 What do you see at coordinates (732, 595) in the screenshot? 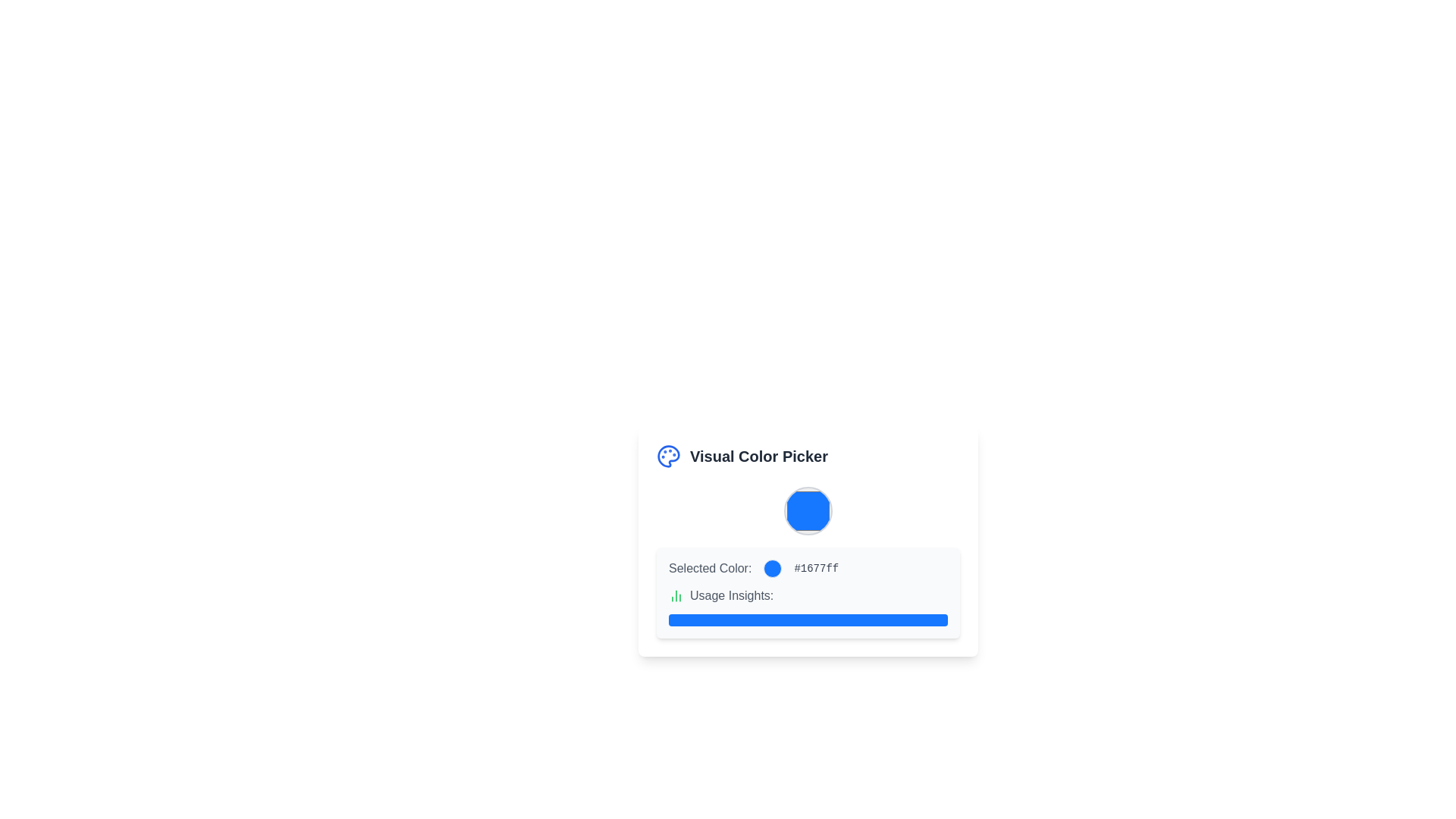
I see `the text label displaying 'Usage Insights:' located near the bottom section of the UI, to the right of the green bar chart icon` at bounding box center [732, 595].